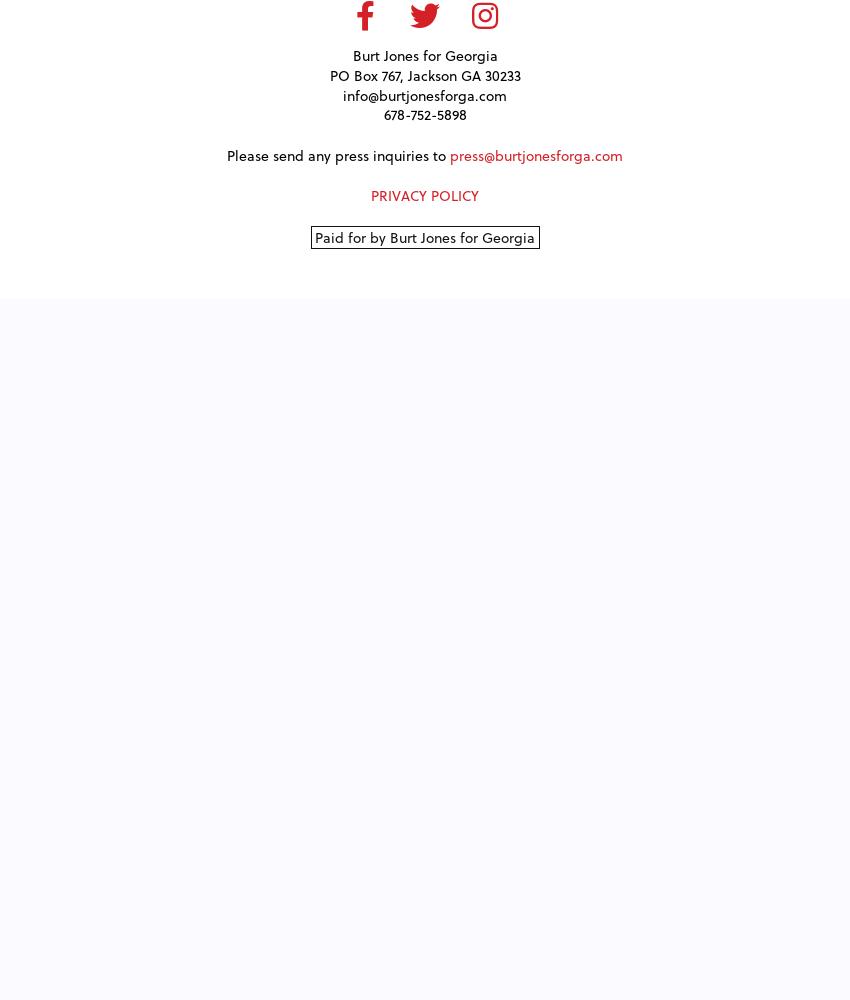  What do you see at coordinates (425, 93) in the screenshot?
I see `'info@burtjonesforga.com'` at bounding box center [425, 93].